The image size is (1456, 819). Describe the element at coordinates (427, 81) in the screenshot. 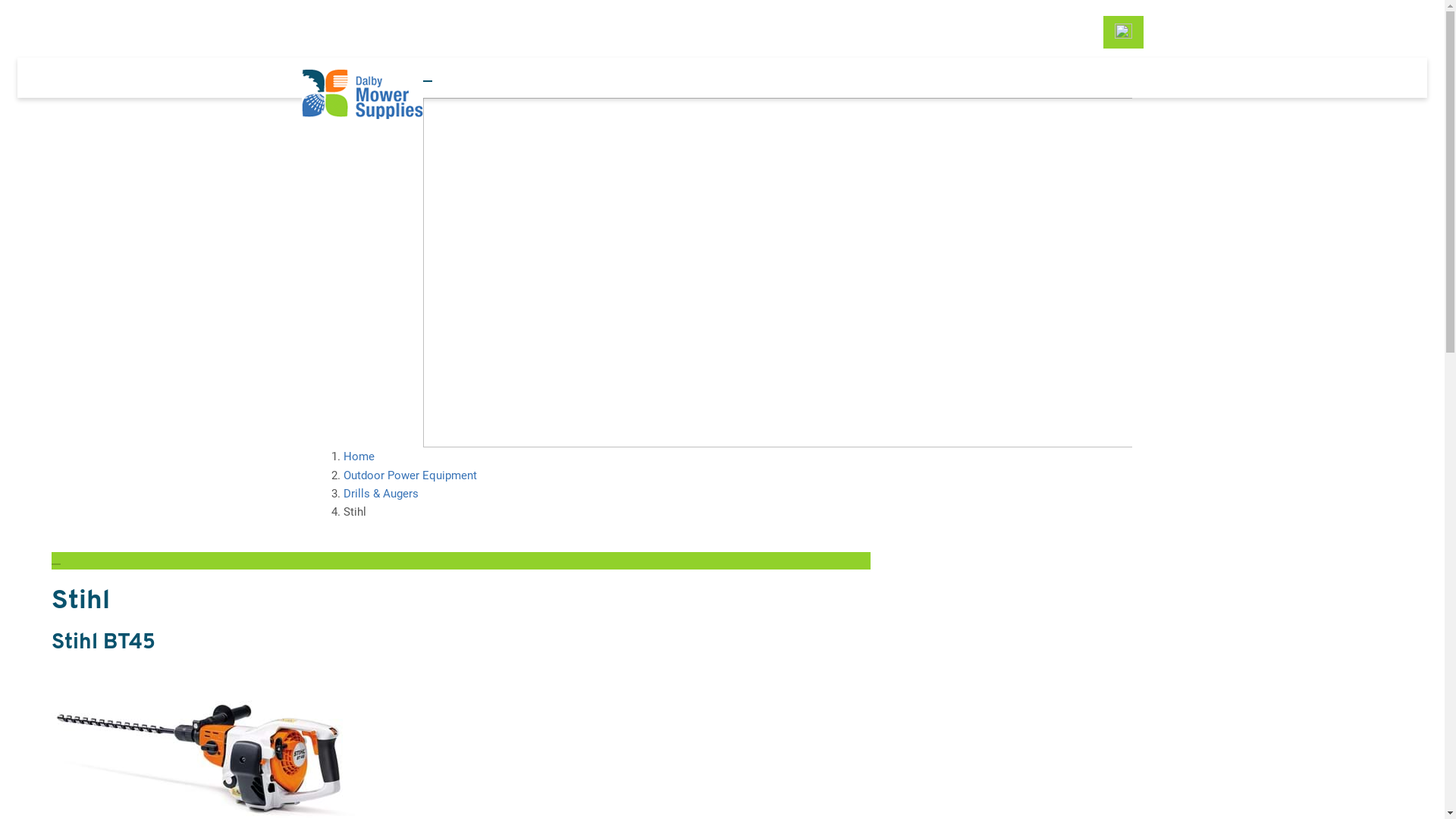

I see `'Toggle navigation'` at that location.